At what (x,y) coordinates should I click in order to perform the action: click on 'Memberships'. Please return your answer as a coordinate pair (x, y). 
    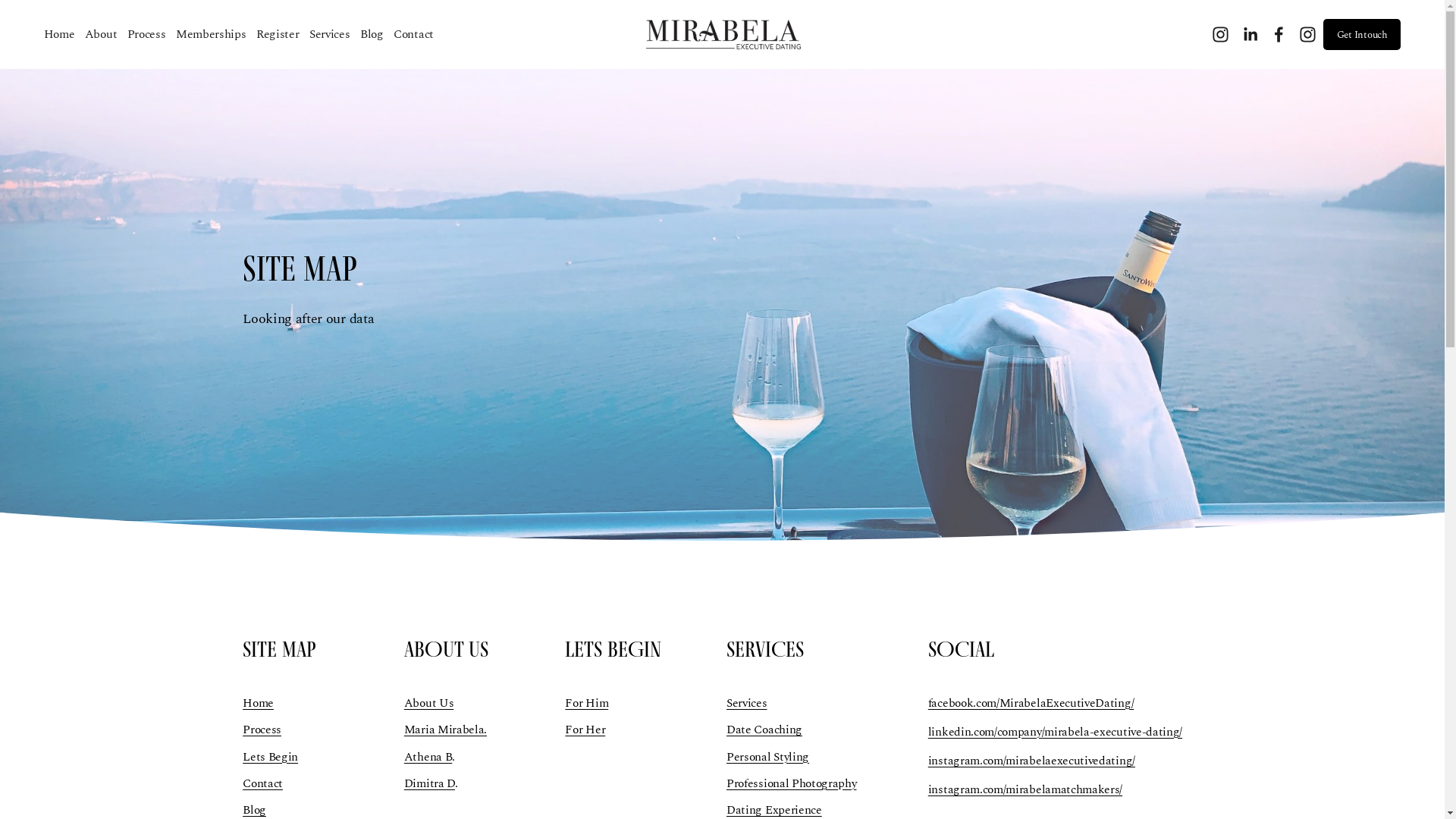
    Looking at the image, I should click on (210, 34).